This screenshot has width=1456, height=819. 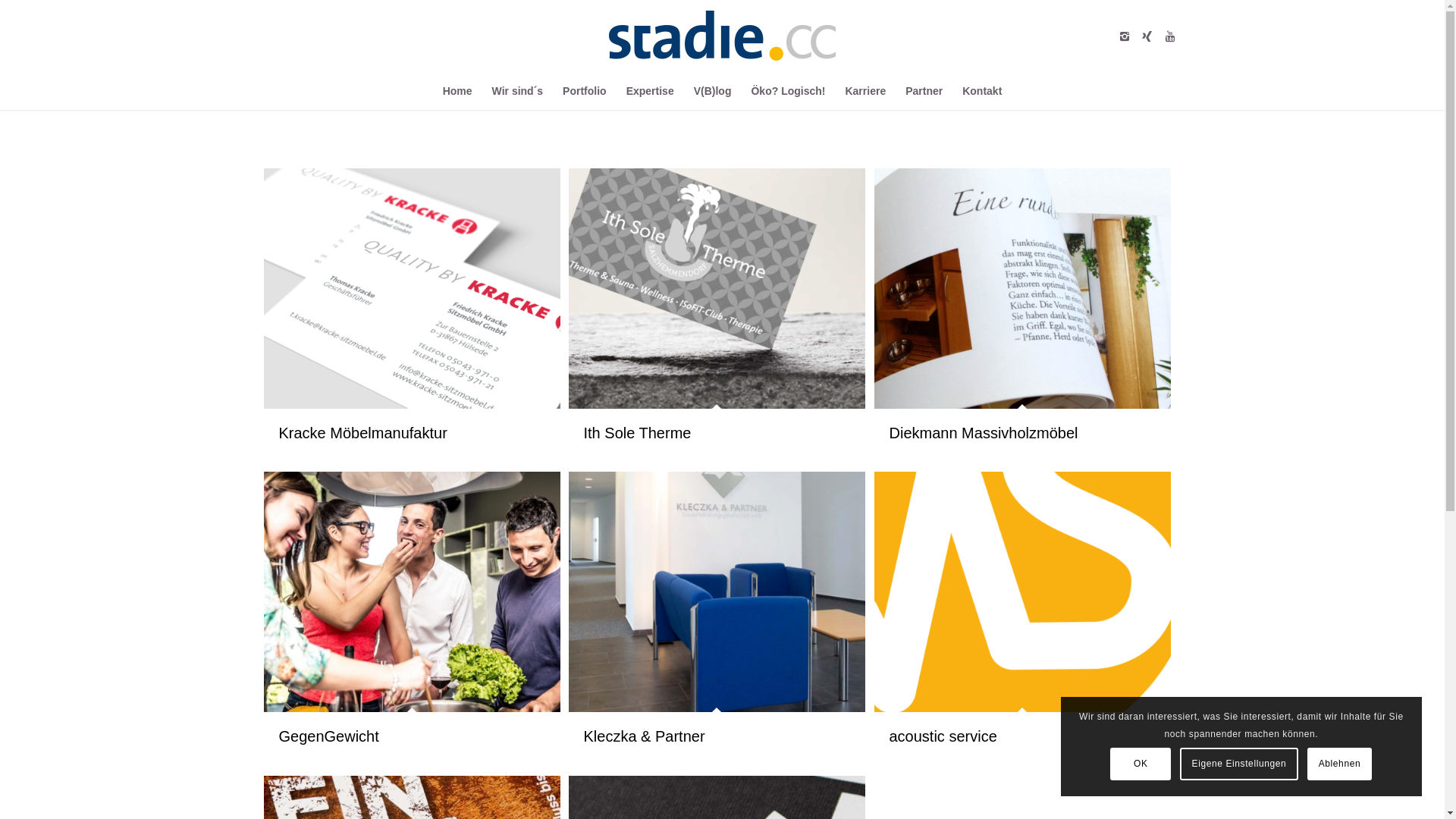 I want to click on 'Portfolio', so click(x=584, y=90).